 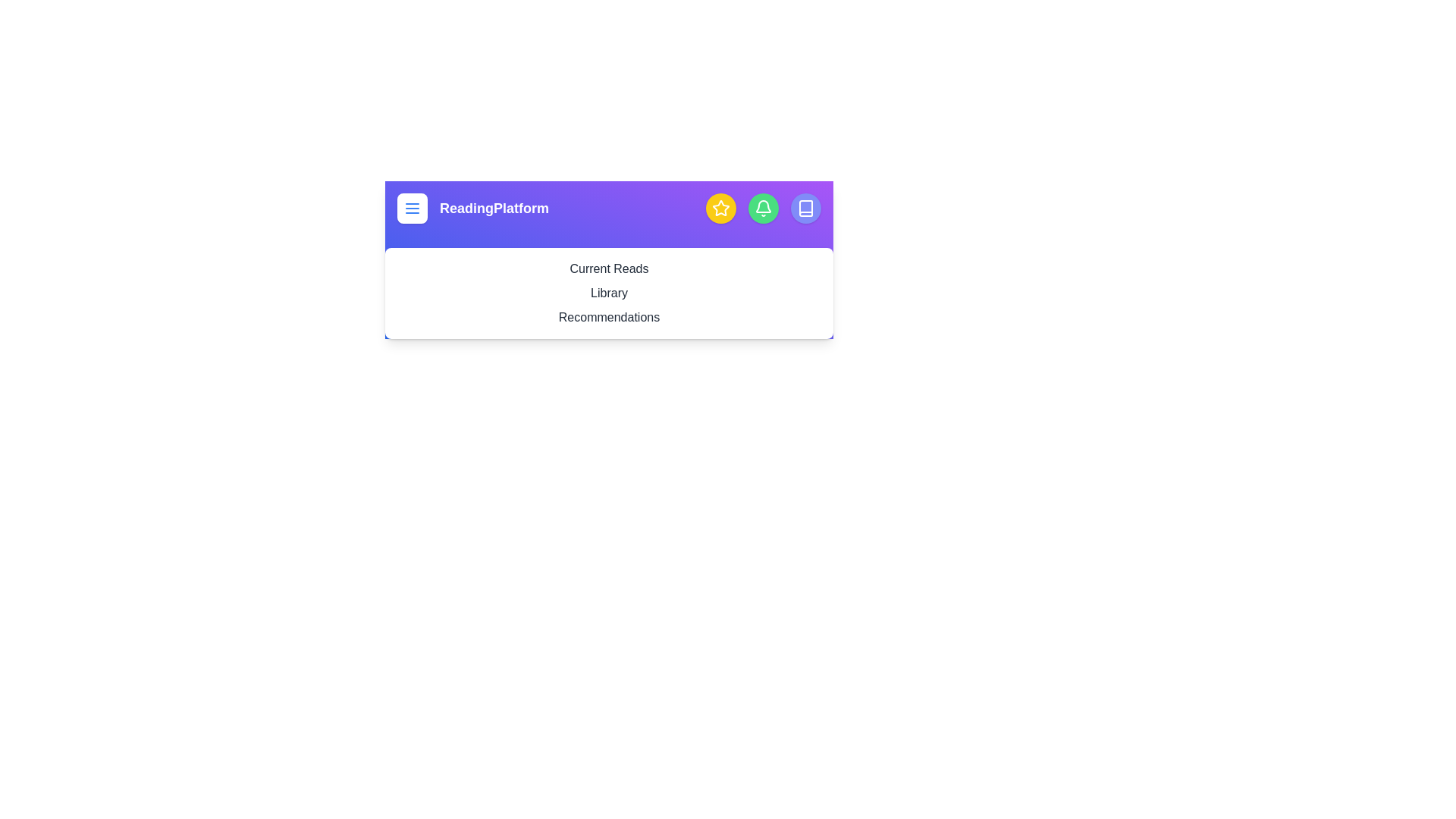 What do you see at coordinates (412, 208) in the screenshot?
I see `menu button to toggle the side menu visibility` at bounding box center [412, 208].